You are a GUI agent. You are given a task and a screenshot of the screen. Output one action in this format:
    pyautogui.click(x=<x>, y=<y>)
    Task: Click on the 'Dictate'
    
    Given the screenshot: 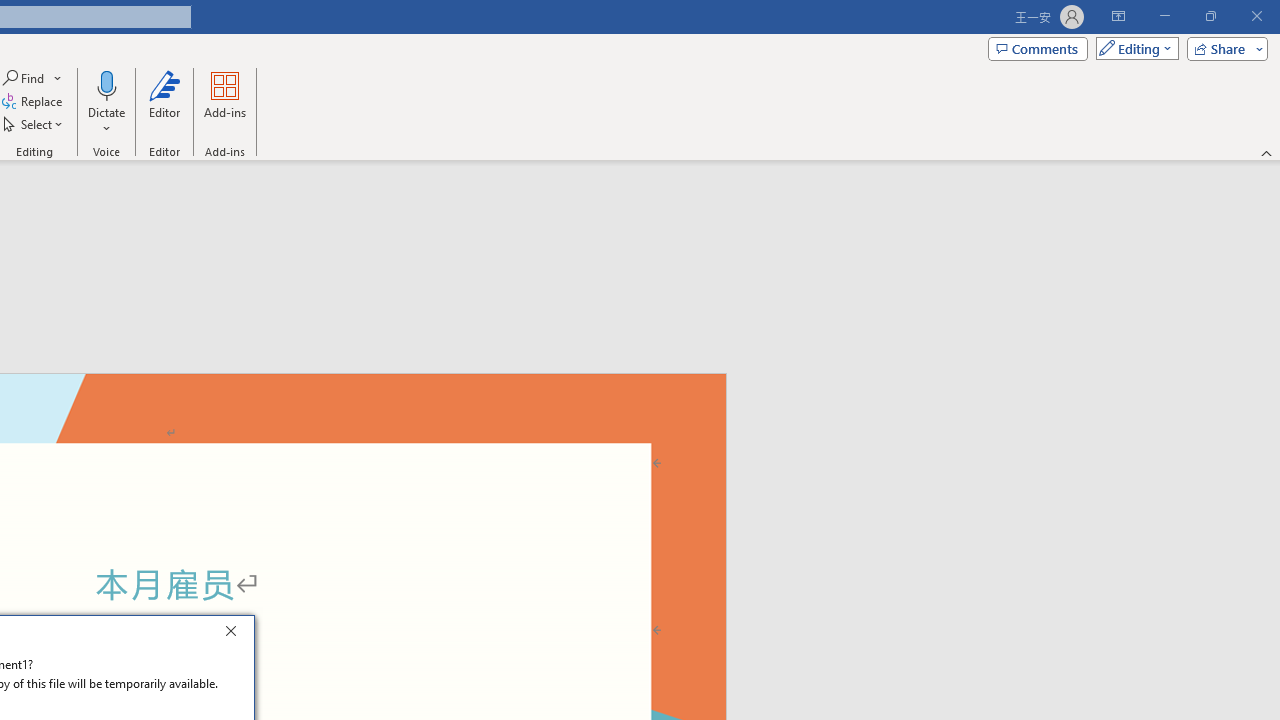 What is the action you would take?
    pyautogui.click(x=105, y=84)
    